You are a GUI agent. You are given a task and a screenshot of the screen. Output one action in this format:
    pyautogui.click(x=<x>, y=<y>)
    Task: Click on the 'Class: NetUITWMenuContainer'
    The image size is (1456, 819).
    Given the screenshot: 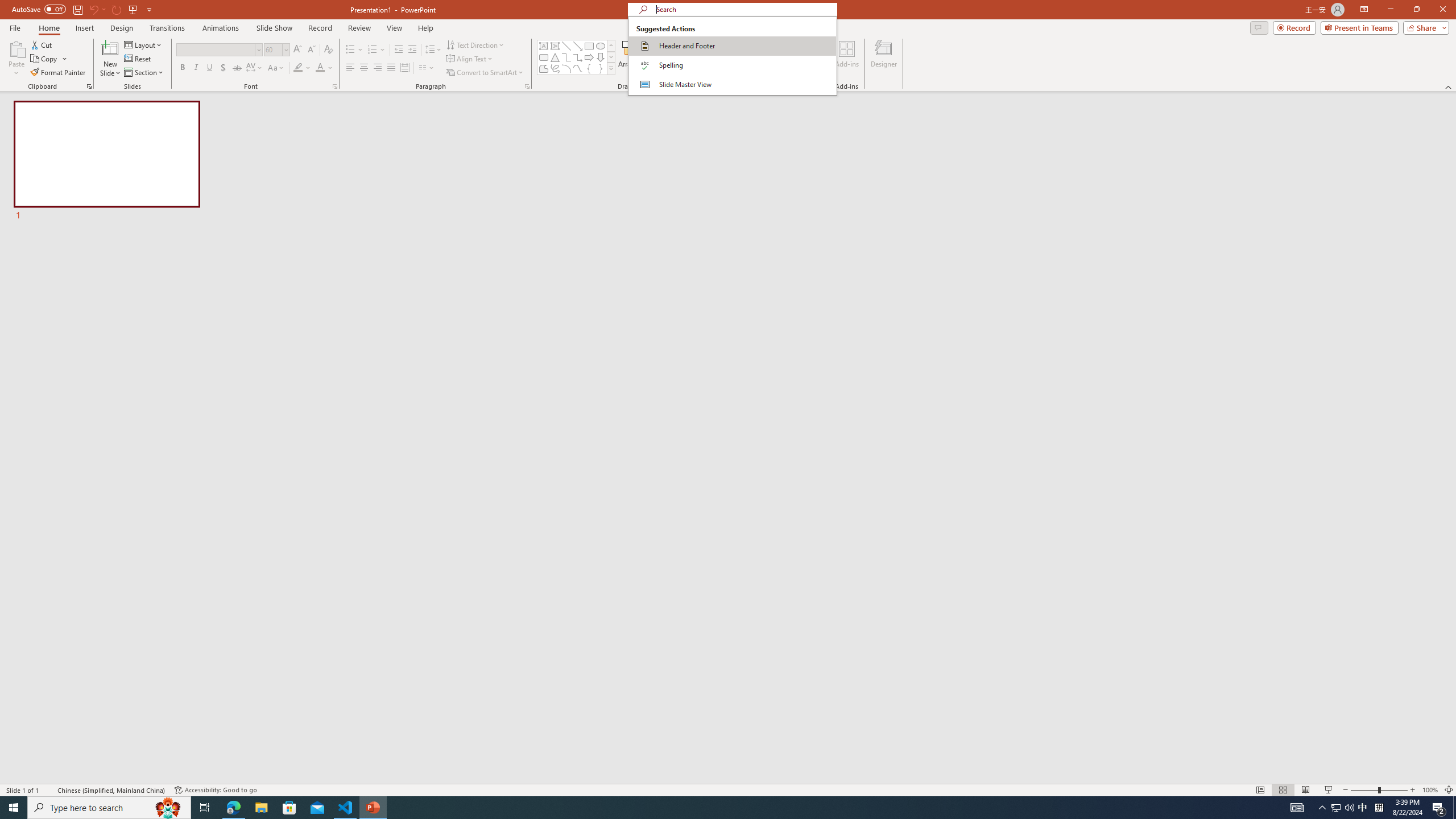 What is the action you would take?
    pyautogui.click(x=732, y=55)
    